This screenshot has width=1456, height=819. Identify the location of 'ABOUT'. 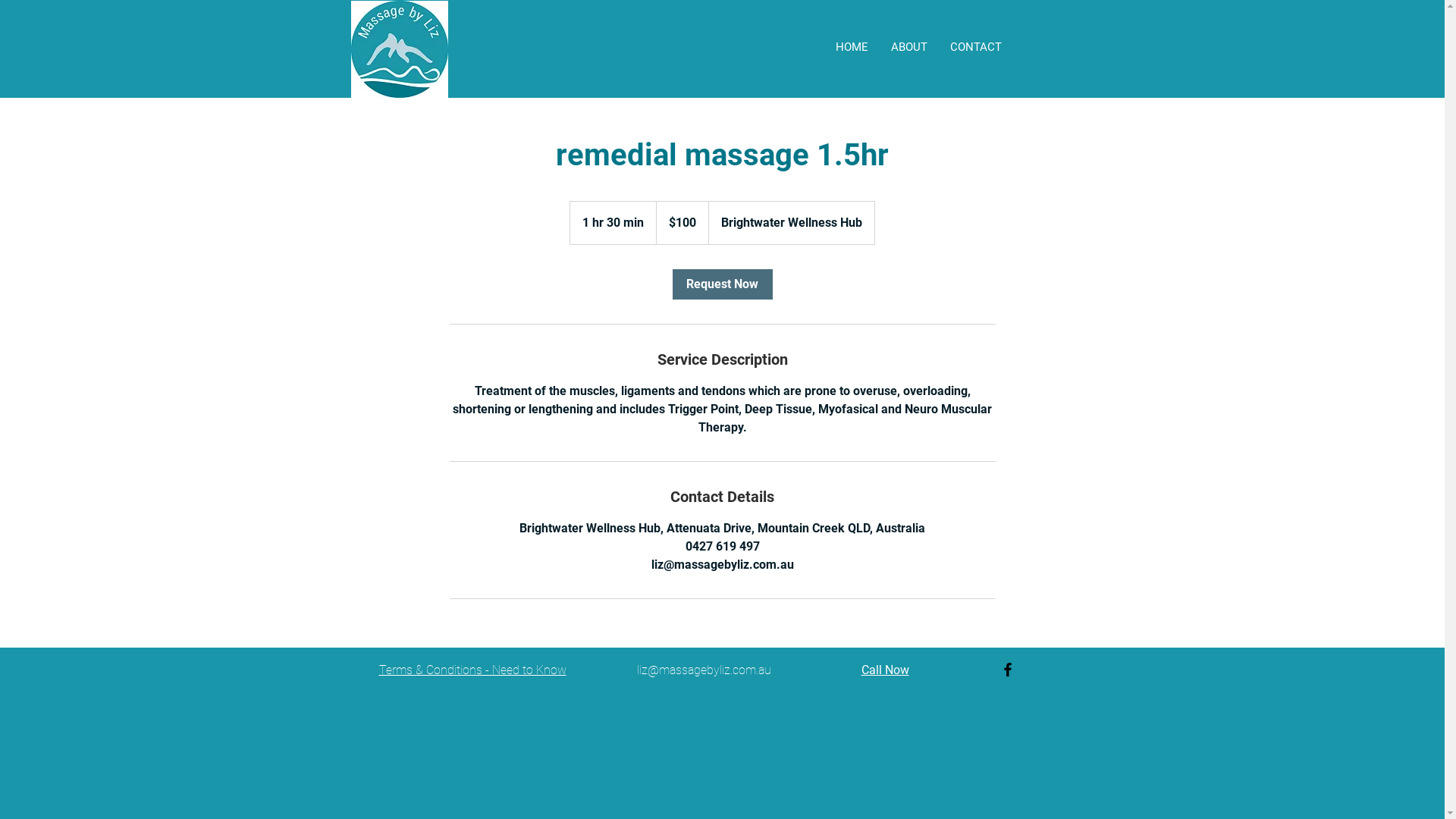
(909, 45).